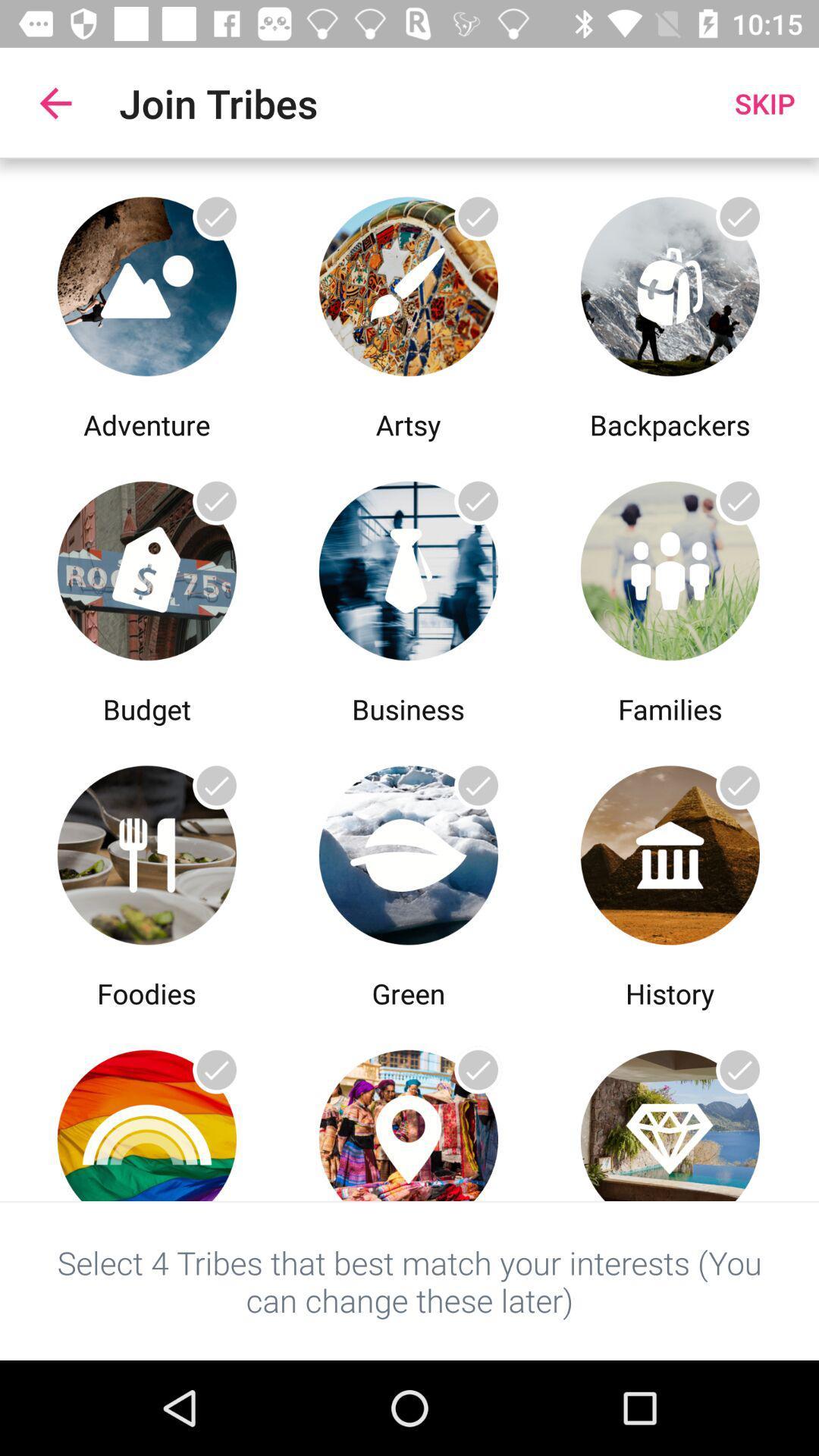  I want to click on the business, so click(407, 566).